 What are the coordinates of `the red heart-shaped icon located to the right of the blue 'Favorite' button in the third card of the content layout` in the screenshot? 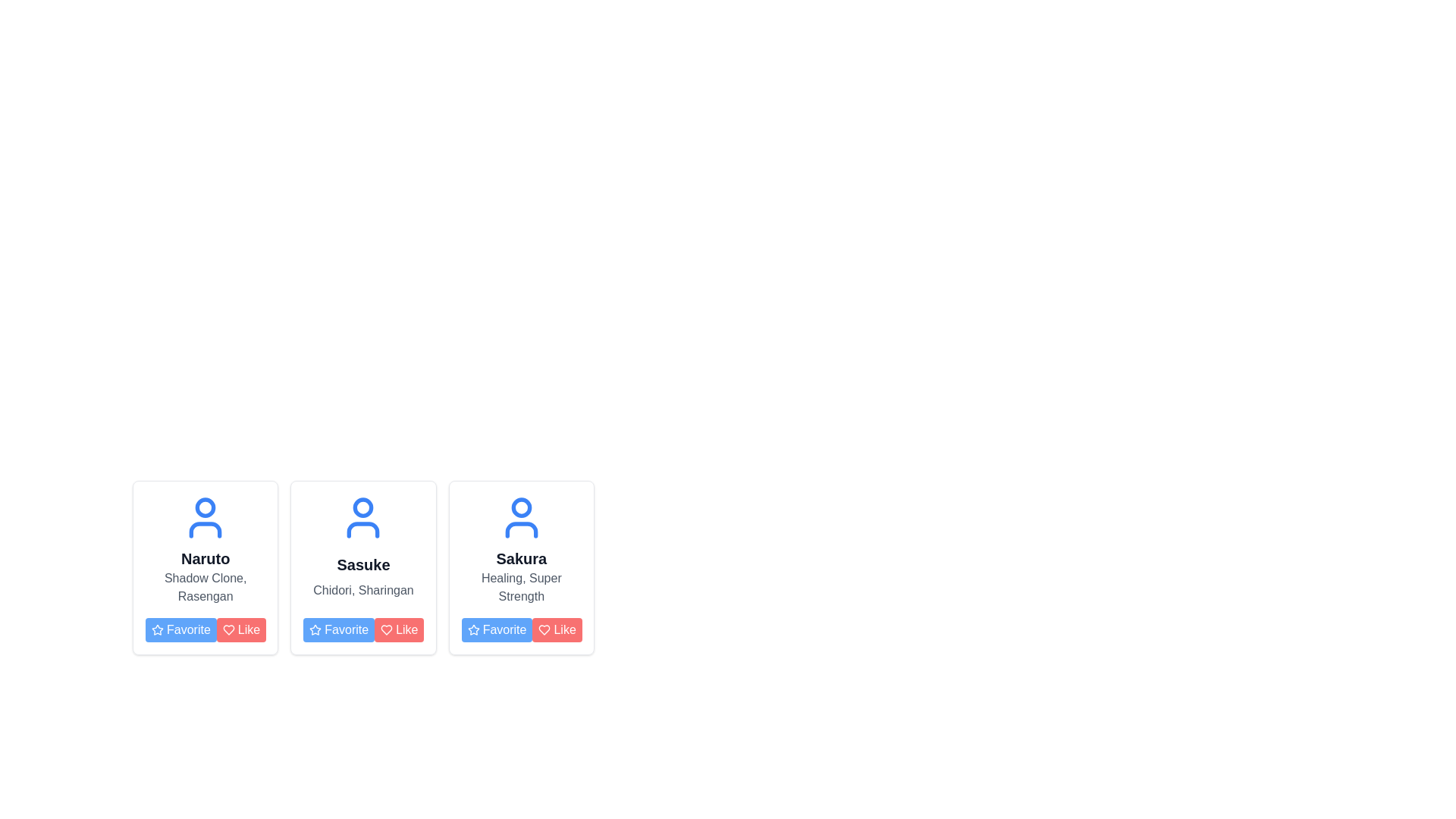 It's located at (386, 629).